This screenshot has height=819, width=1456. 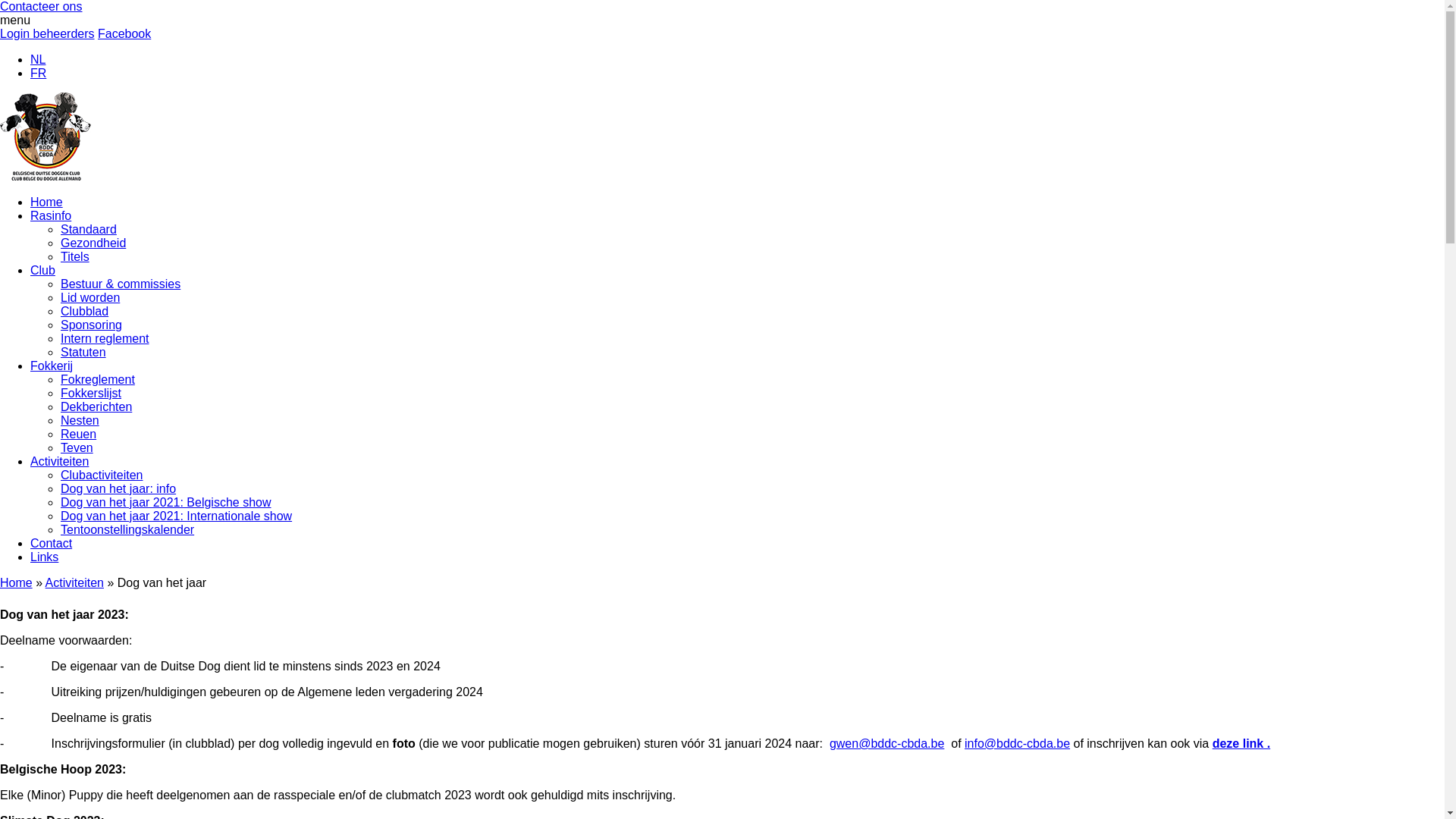 What do you see at coordinates (38, 73) in the screenshot?
I see `'FR'` at bounding box center [38, 73].